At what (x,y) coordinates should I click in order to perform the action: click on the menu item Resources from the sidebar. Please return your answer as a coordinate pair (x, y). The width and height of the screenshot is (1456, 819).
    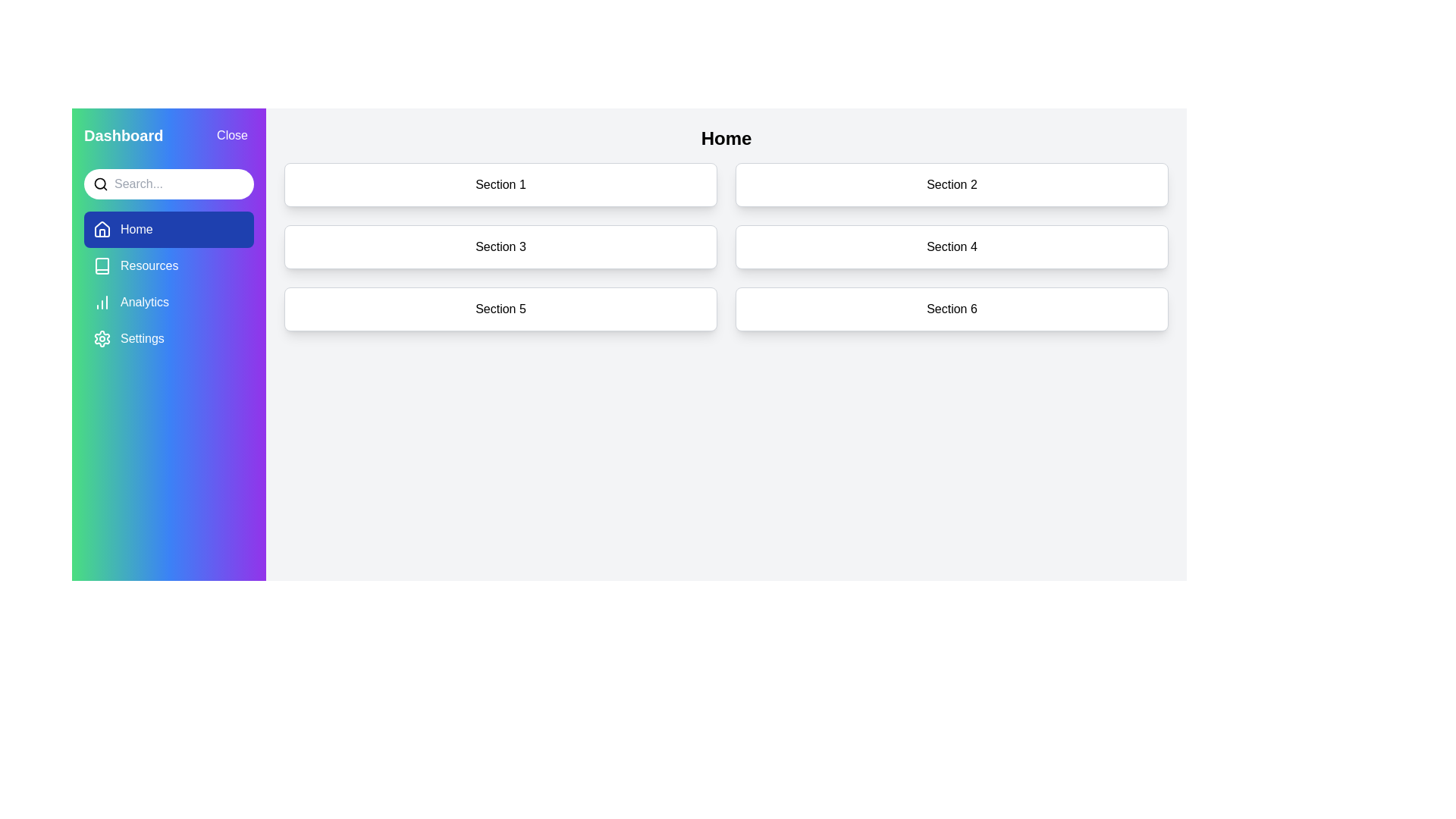
    Looking at the image, I should click on (168, 265).